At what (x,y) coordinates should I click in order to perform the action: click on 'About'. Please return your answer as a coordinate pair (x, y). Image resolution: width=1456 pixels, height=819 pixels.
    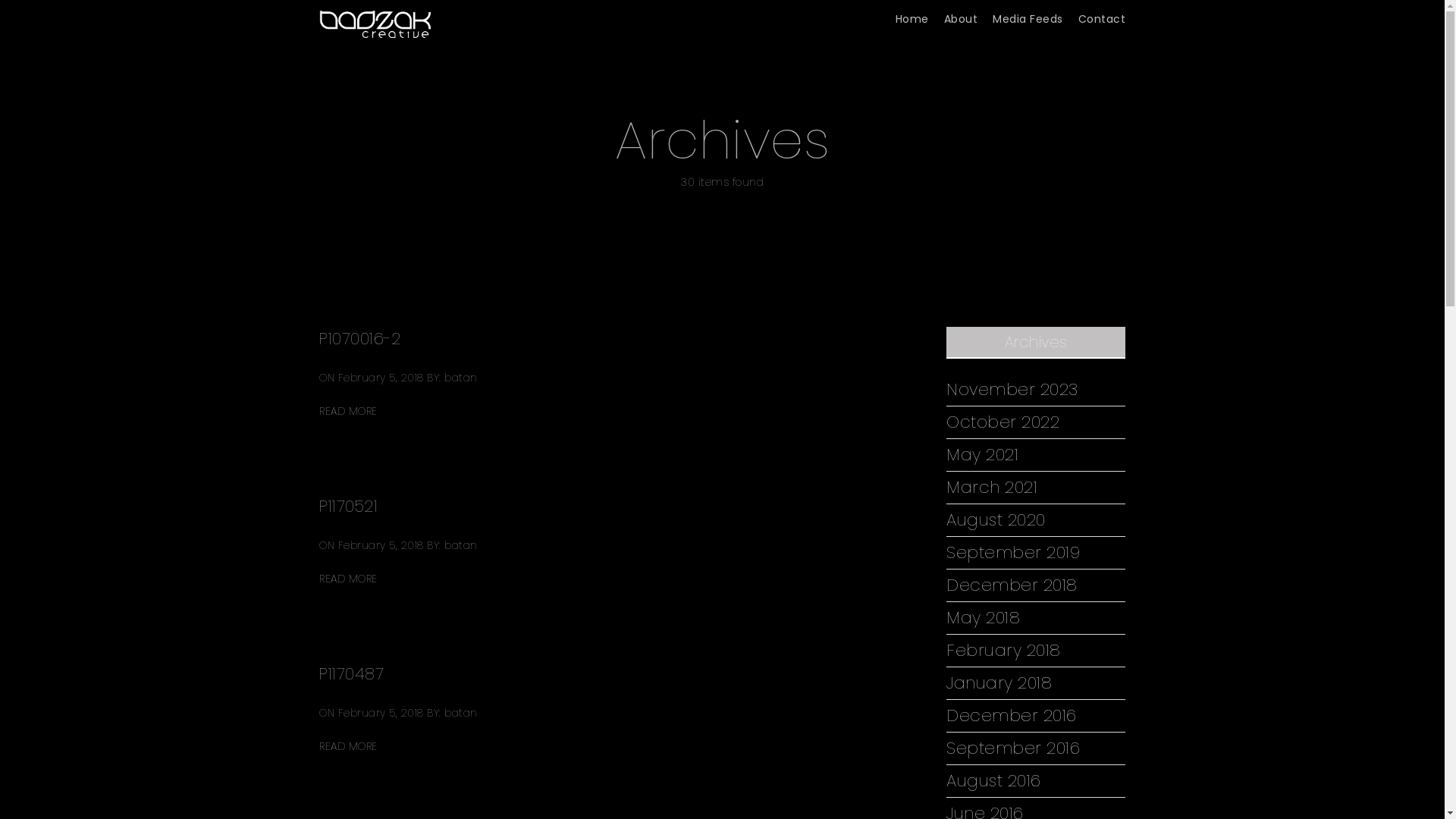
    Looking at the image, I should click on (959, 20).